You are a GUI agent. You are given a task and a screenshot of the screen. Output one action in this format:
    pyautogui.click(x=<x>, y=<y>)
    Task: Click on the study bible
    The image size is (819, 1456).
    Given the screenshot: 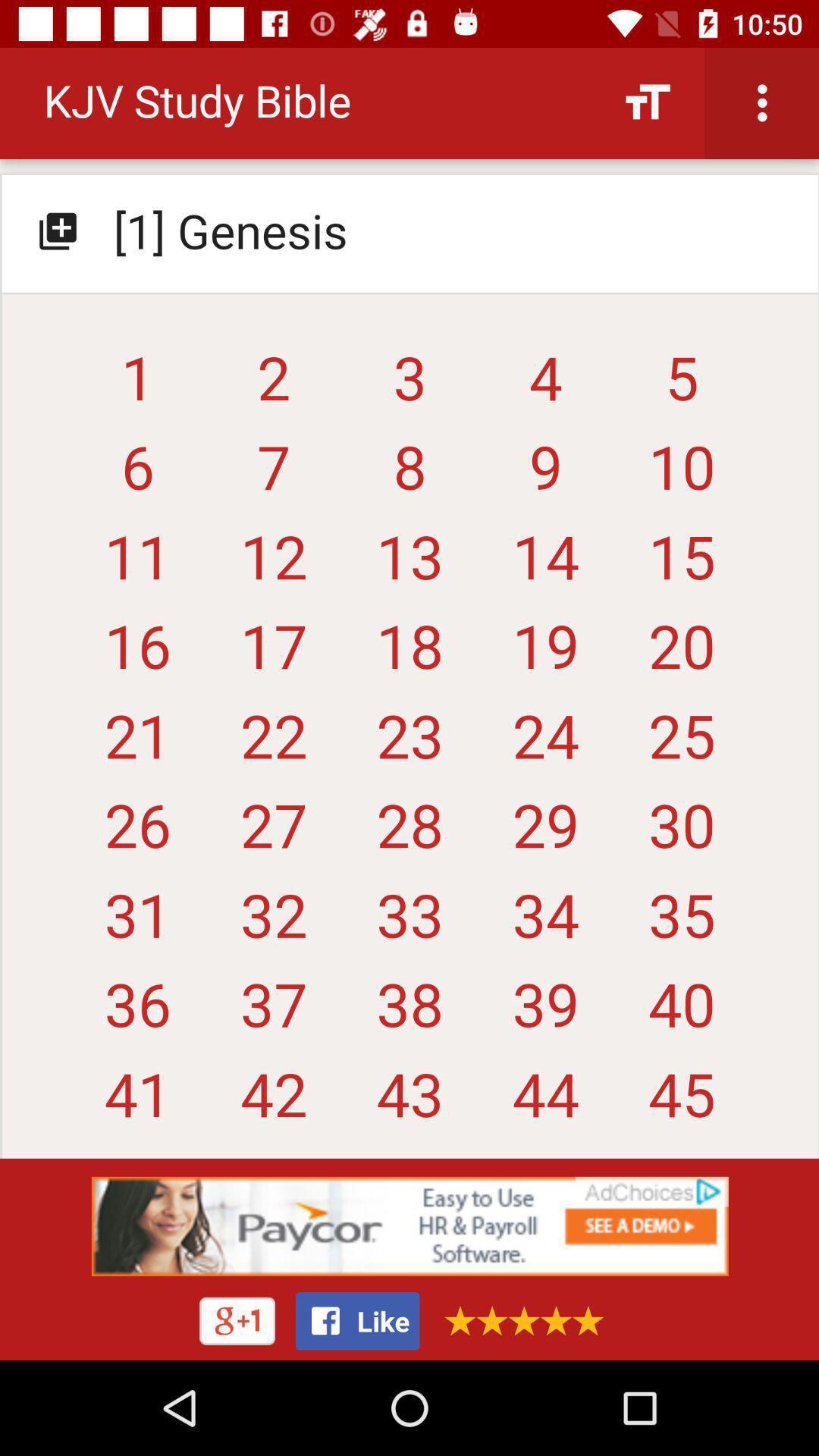 What is the action you would take?
    pyautogui.click(x=409, y=609)
    